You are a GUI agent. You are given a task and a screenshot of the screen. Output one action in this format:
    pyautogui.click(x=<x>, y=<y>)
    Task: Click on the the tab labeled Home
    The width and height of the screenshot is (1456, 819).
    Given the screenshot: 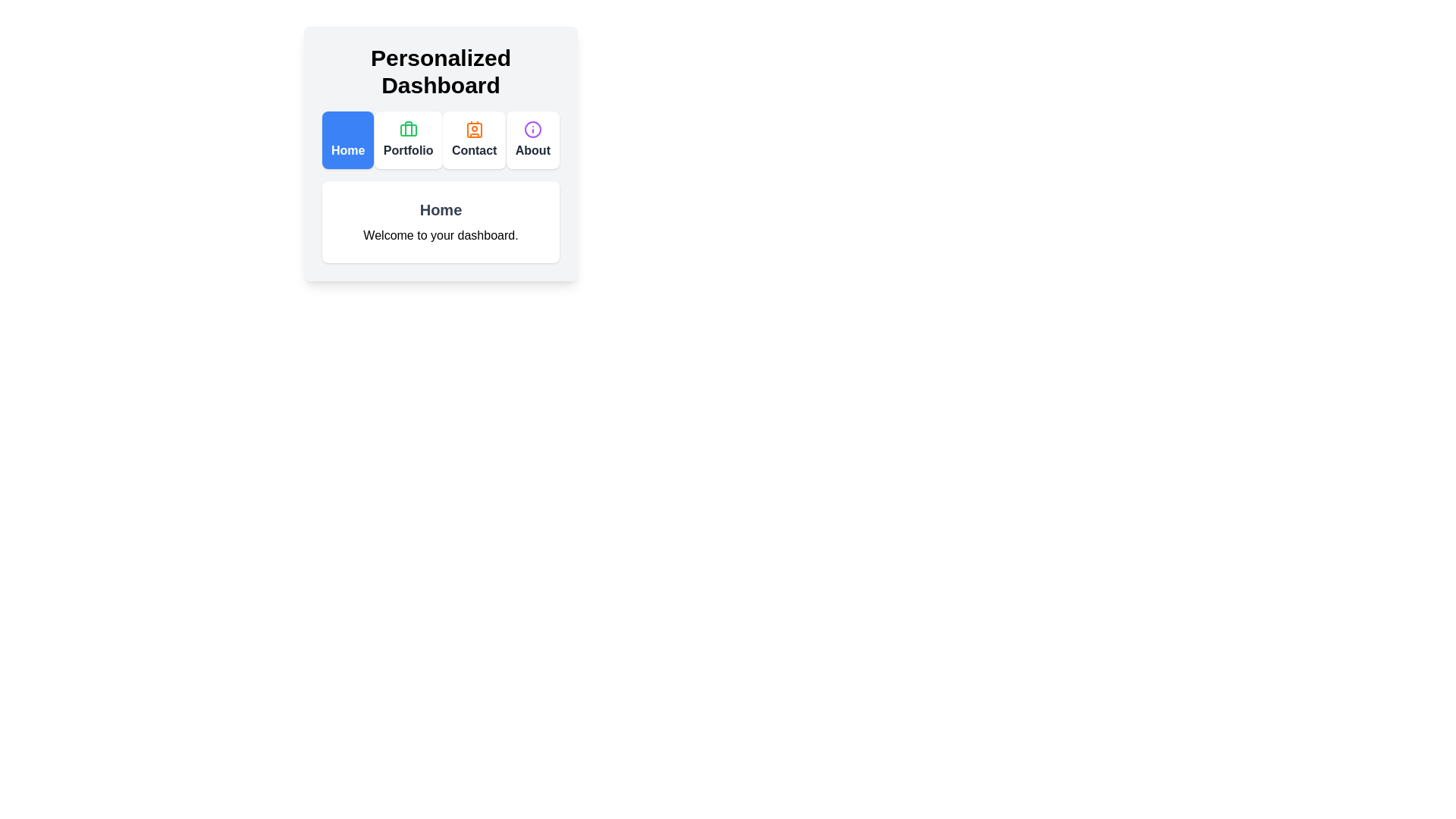 What is the action you would take?
    pyautogui.click(x=347, y=140)
    